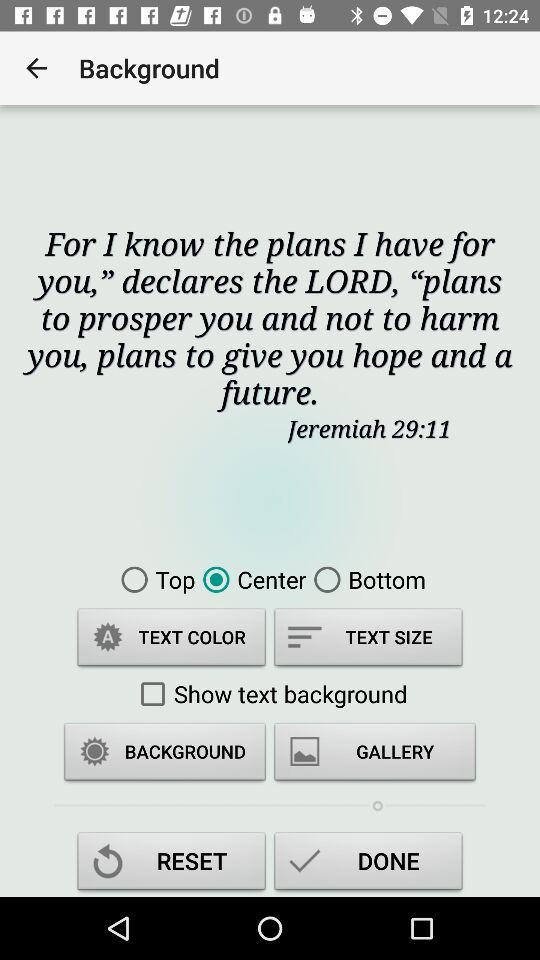 The image size is (540, 960). I want to click on the item to the right of center icon, so click(365, 579).